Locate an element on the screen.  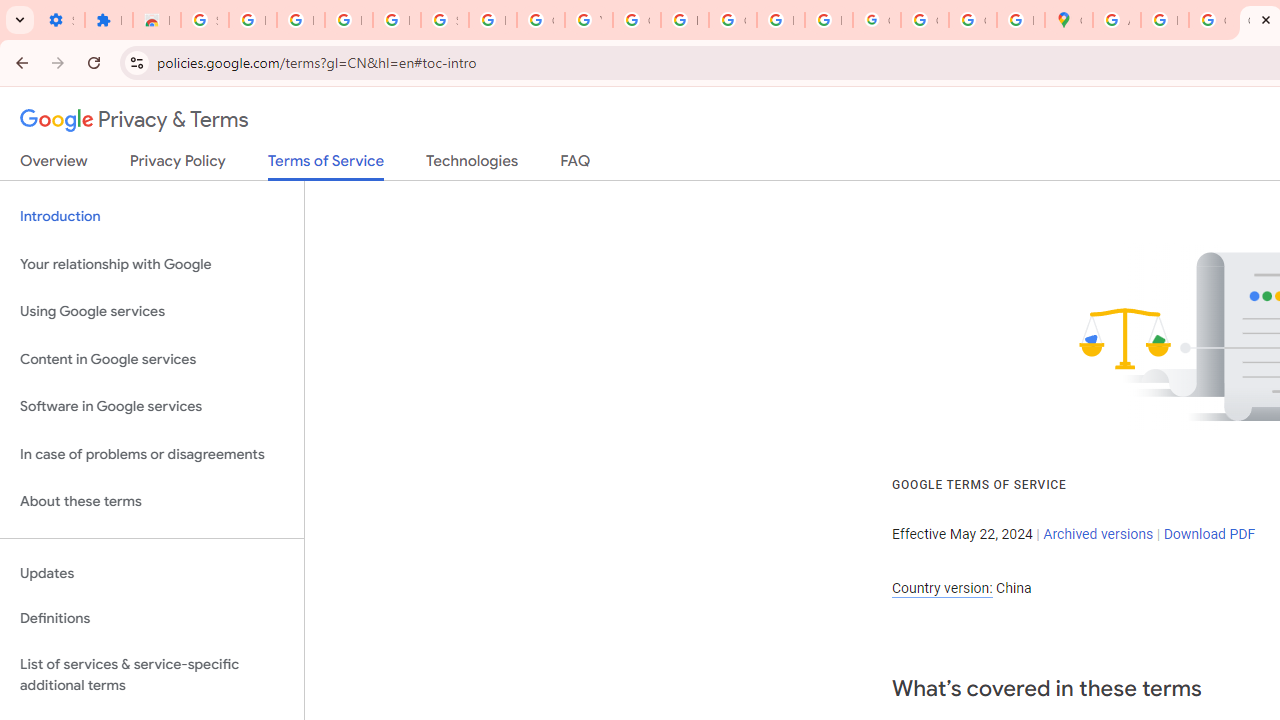
'Google Account' is located at coordinates (540, 20).